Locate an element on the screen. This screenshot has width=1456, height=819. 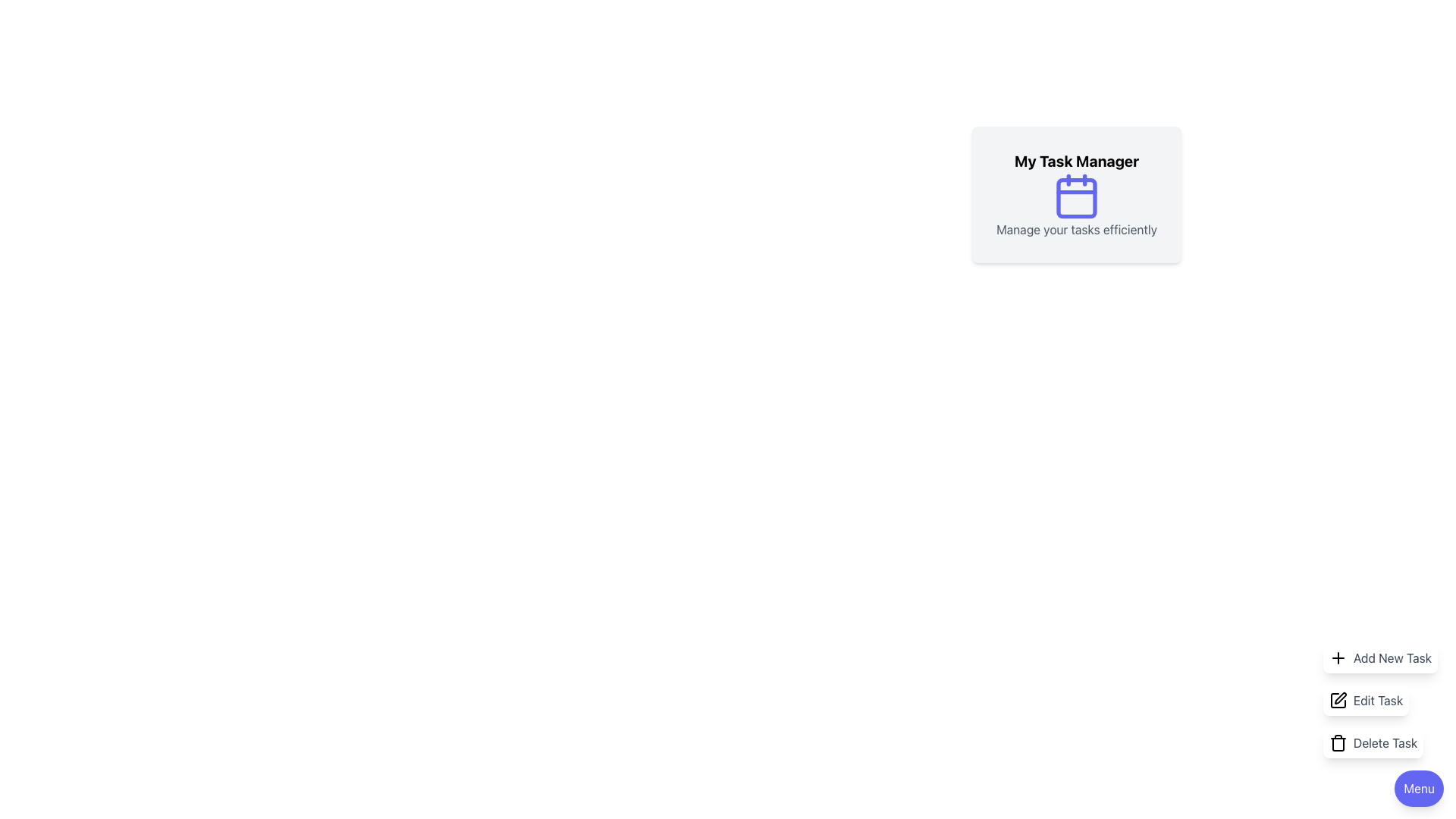
the 'Edit Task' button, which features a pen icon and is styled with a white background and rounded corners, to change its background color is located at coordinates (1366, 701).